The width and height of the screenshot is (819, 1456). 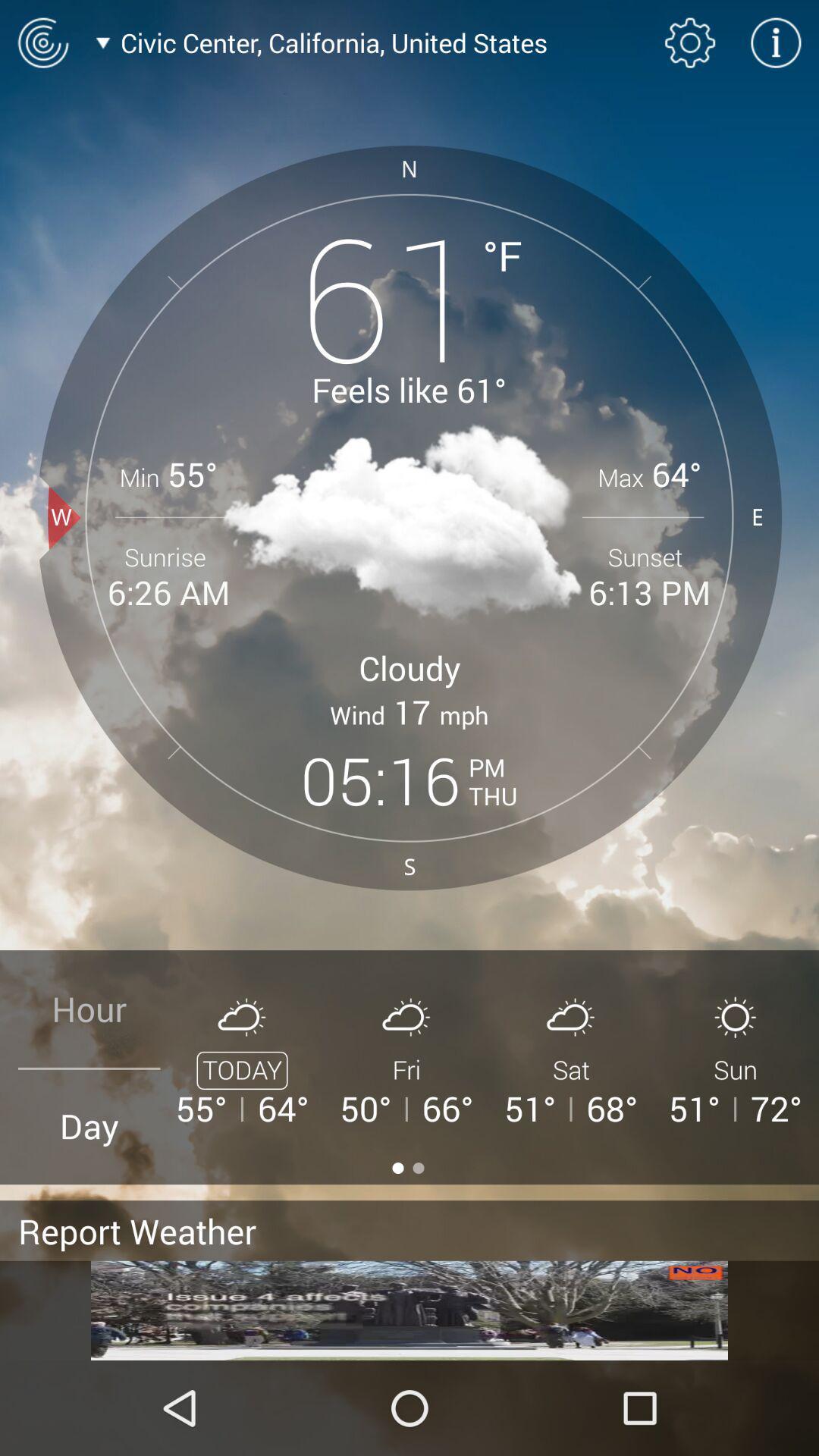 What do you see at coordinates (690, 42) in the screenshot?
I see `settings` at bounding box center [690, 42].